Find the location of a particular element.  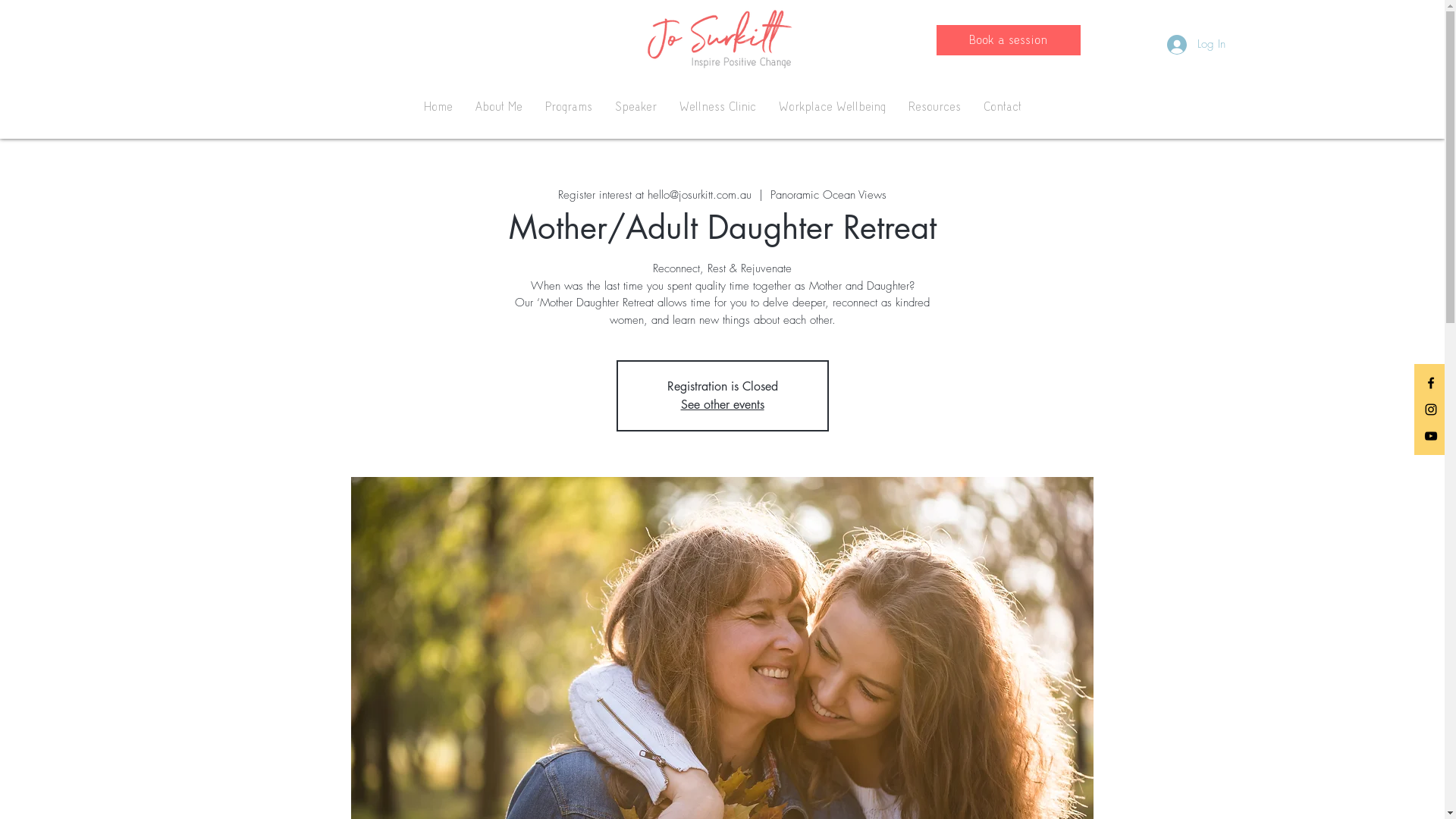

'Programs' is located at coordinates (534, 106).